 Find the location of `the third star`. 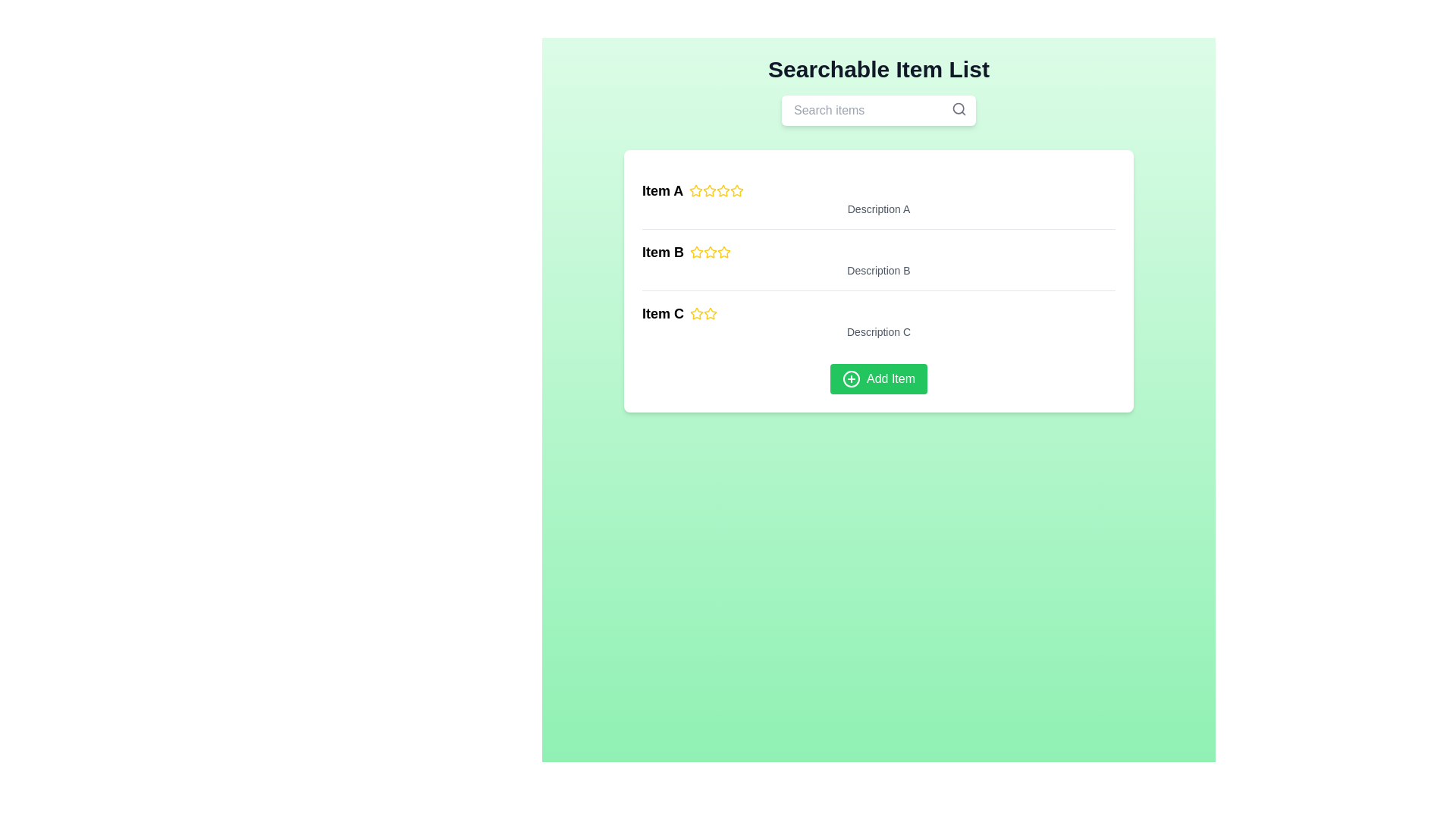

the third star is located at coordinates (736, 189).